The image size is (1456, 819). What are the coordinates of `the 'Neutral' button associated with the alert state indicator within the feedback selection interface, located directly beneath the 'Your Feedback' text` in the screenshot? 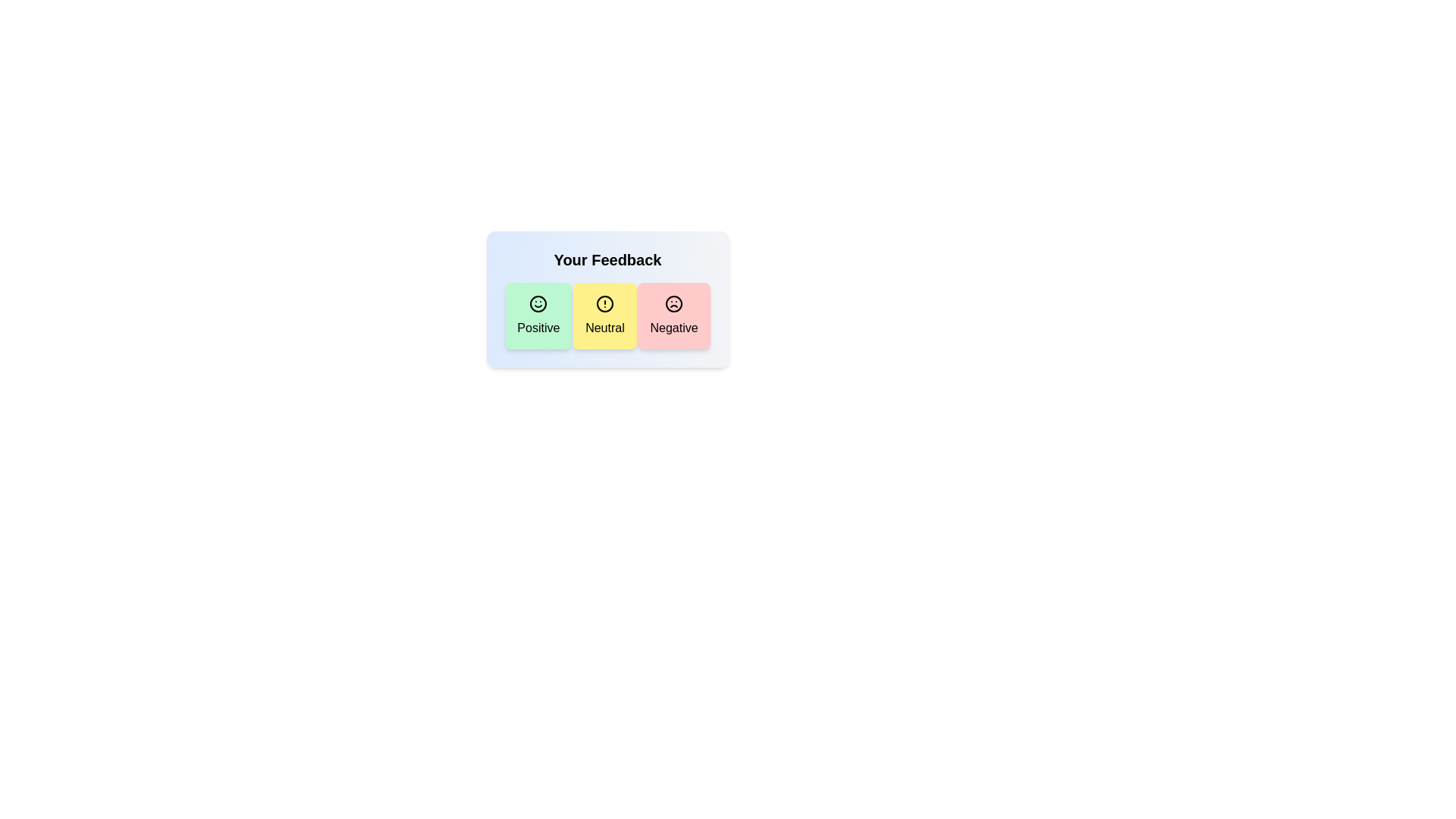 It's located at (604, 304).